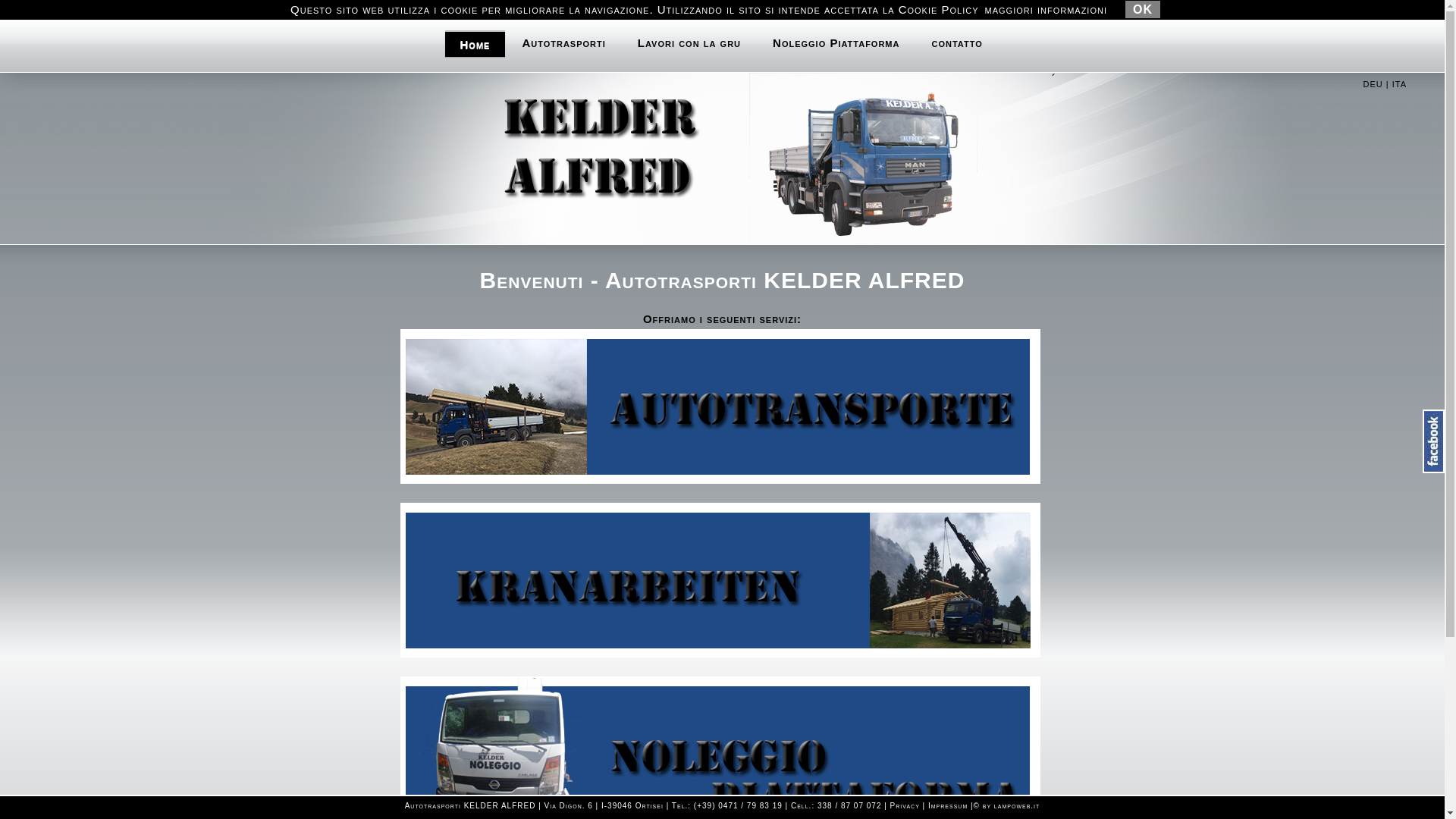 This screenshot has width=1456, height=819. What do you see at coordinates (985, 9) in the screenshot?
I see `'maggiori informazioni'` at bounding box center [985, 9].